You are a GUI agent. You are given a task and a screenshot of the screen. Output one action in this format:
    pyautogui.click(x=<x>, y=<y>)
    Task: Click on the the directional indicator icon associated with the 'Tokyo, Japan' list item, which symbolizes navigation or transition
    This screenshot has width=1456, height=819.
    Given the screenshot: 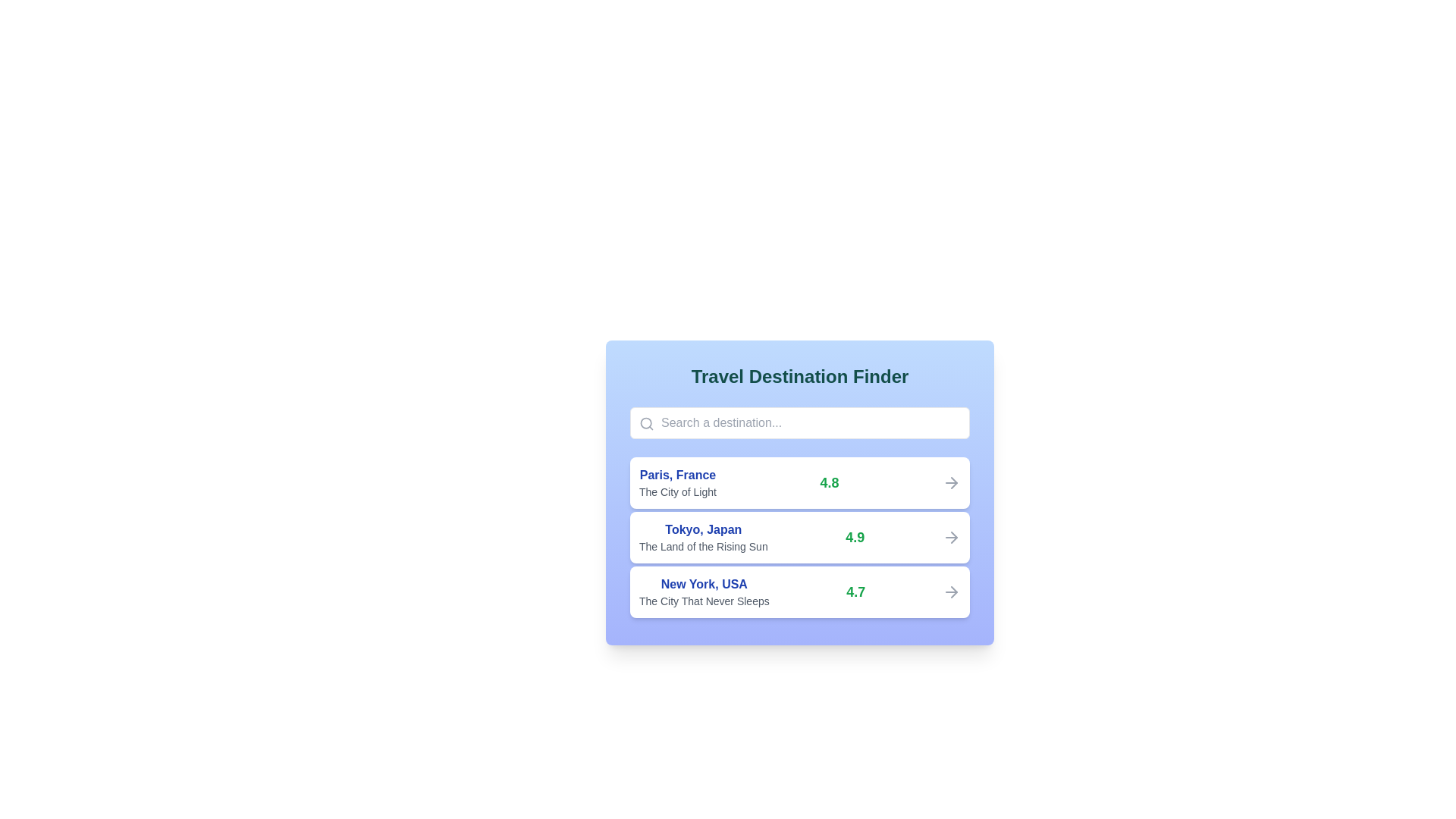 What is the action you would take?
    pyautogui.click(x=953, y=537)
    